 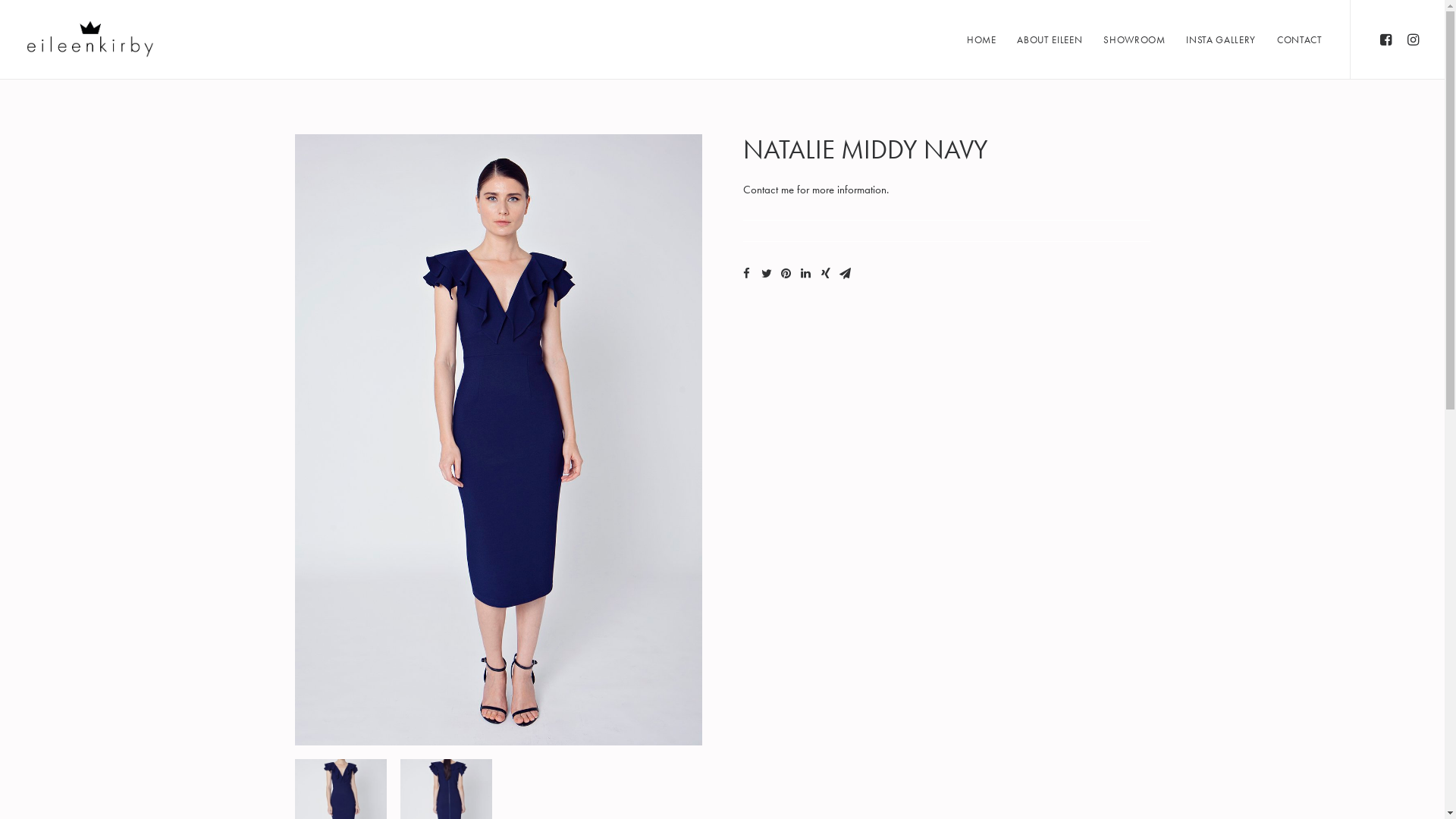 I want to click on 'INSTA GALLERY', so click(x=1175, y=38).